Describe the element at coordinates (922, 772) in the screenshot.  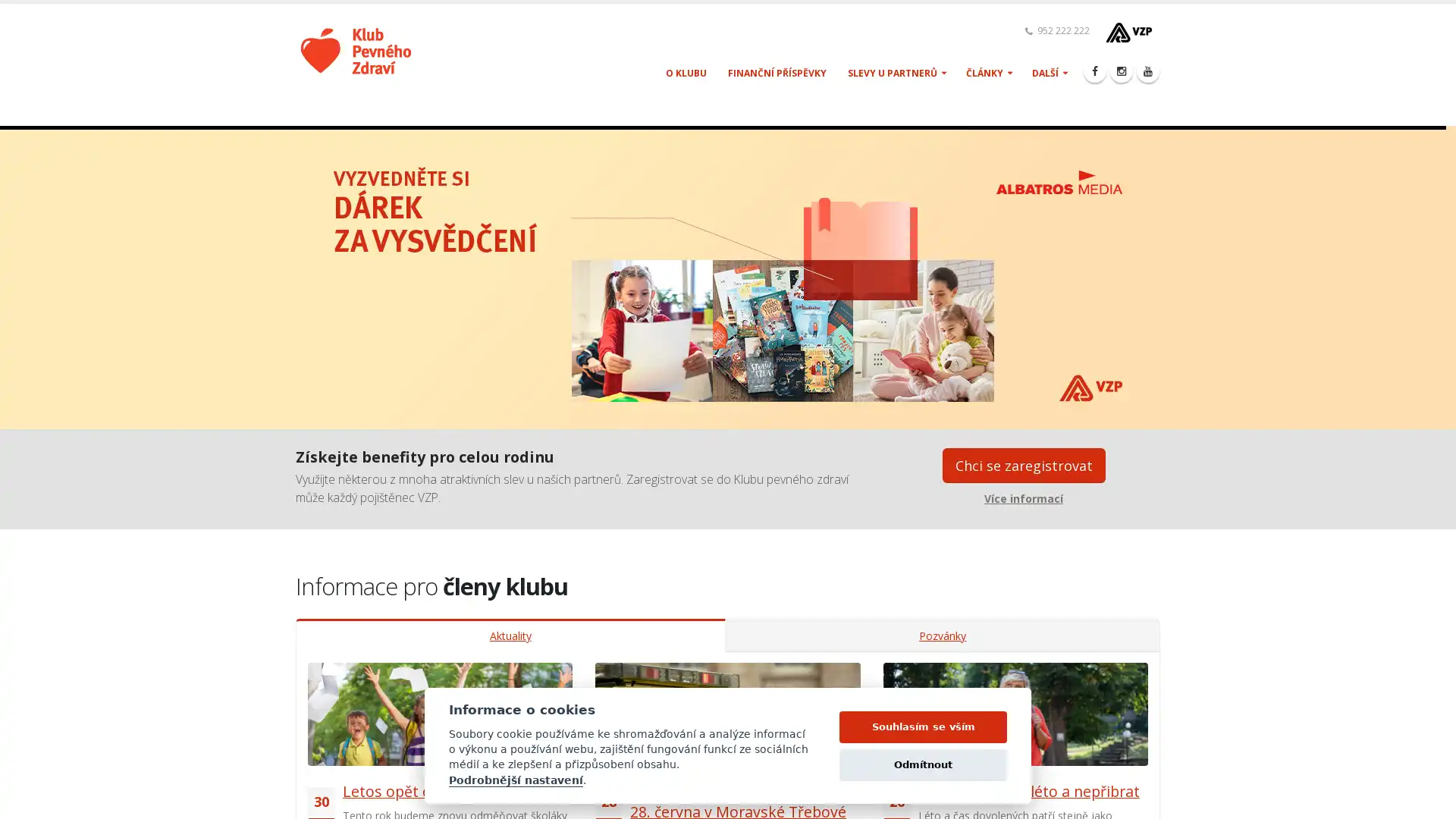
I see `Odmitnout` at that location.